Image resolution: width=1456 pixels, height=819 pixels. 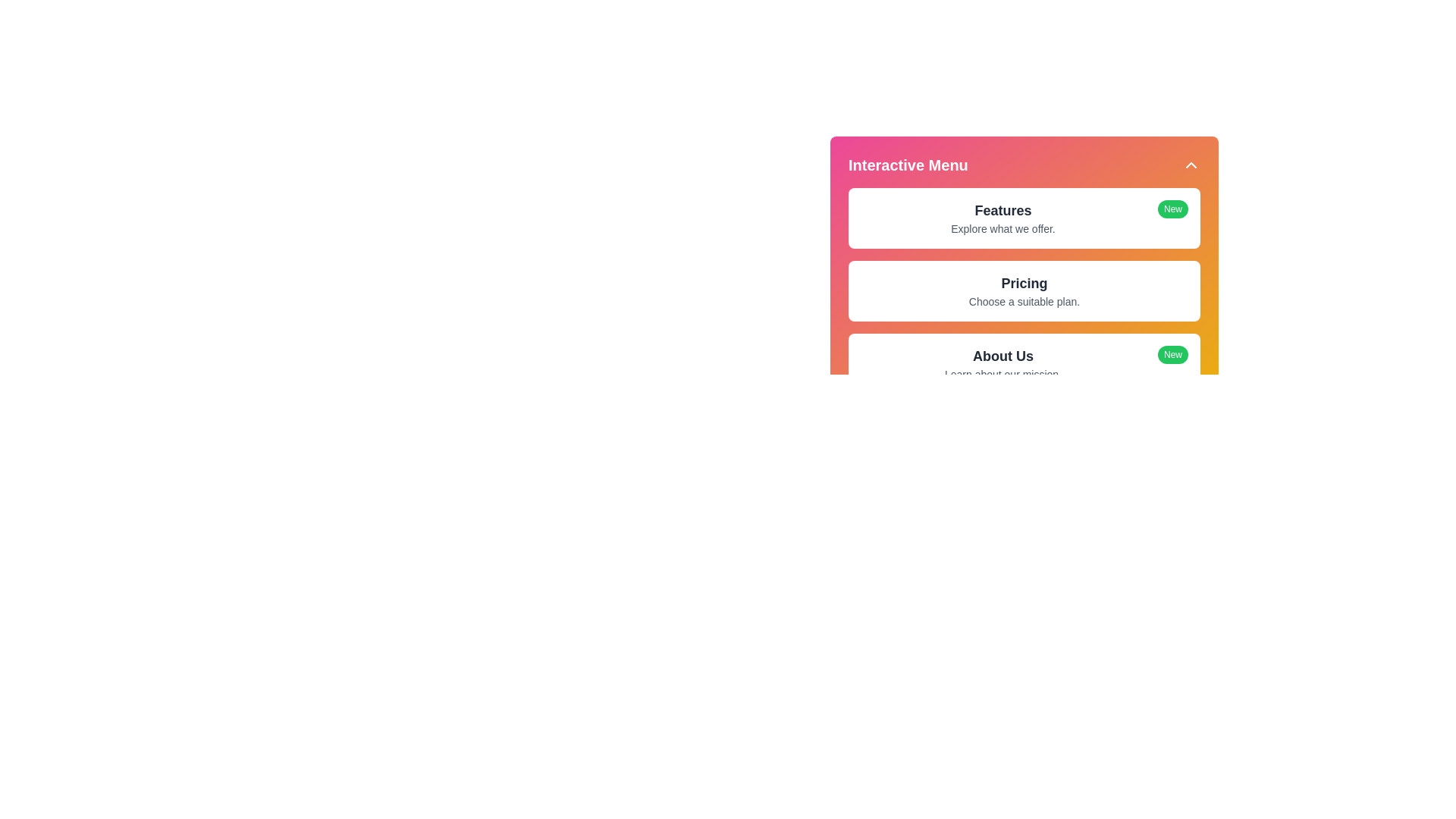 What do you see at coordinates (1024, 284) in the screenshot?
I see `the menu item labeled Pricing to view its details` at bounding box center [1024, 284].